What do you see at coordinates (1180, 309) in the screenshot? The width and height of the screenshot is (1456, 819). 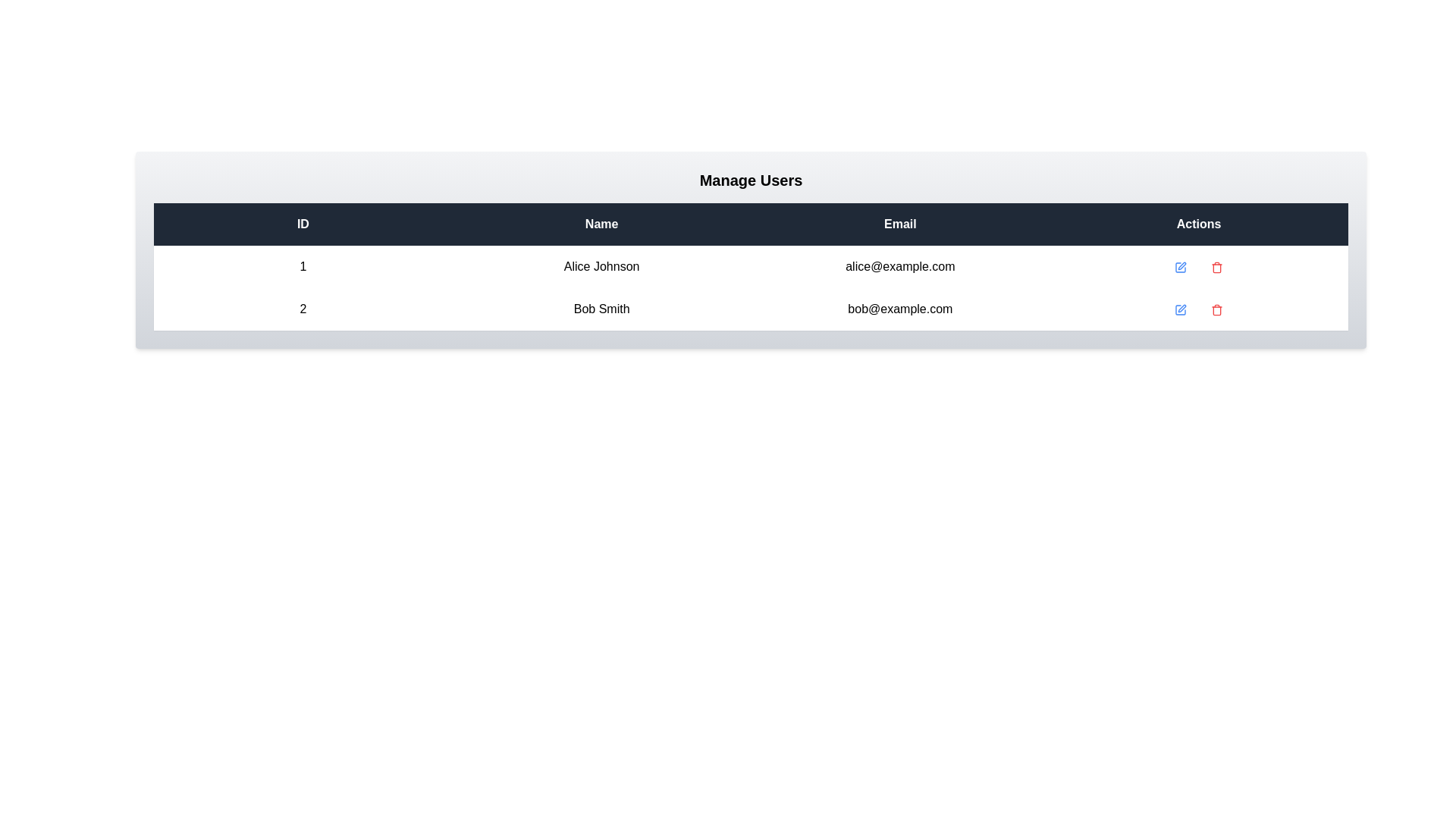 I see `the 'Edit' icon for the user with ID 2` at bounding box center [1180, 309].